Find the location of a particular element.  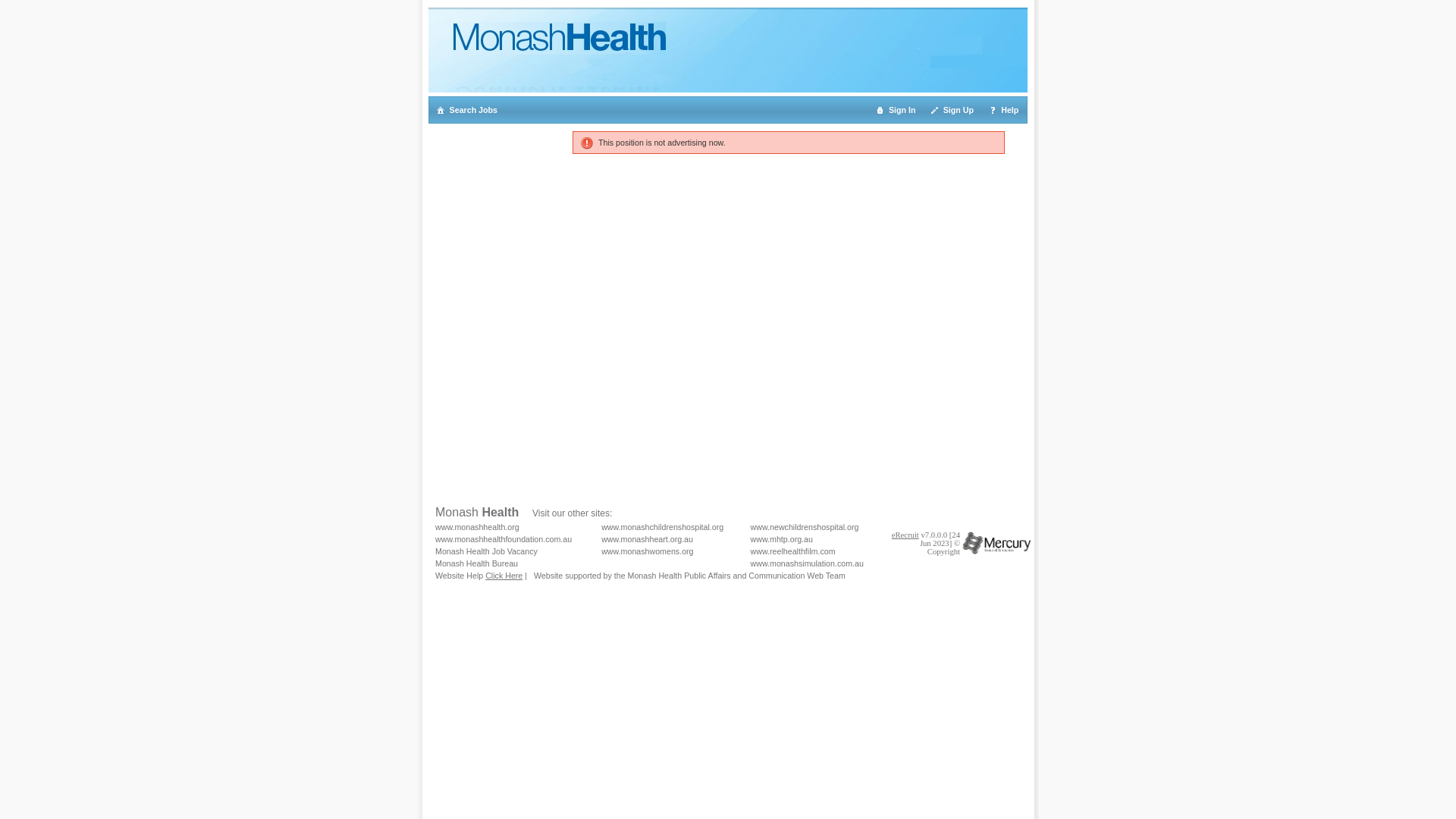

'Sign Up' is located at coordinates (952, 109).